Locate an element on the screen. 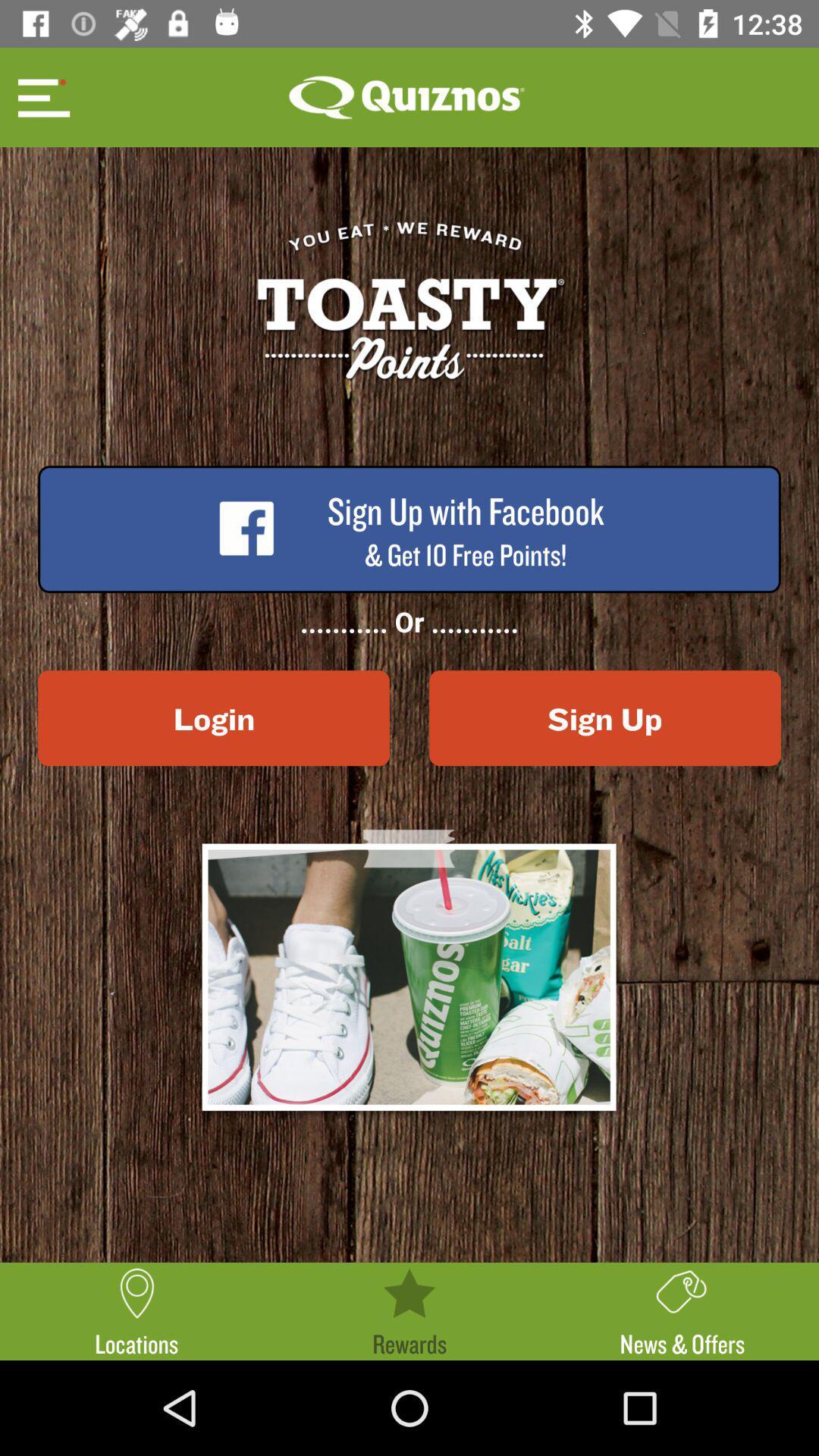 Image resolution: width=819 pixels, height=1456 pixels. the filter_list icon is located at coordinates (41, 96).